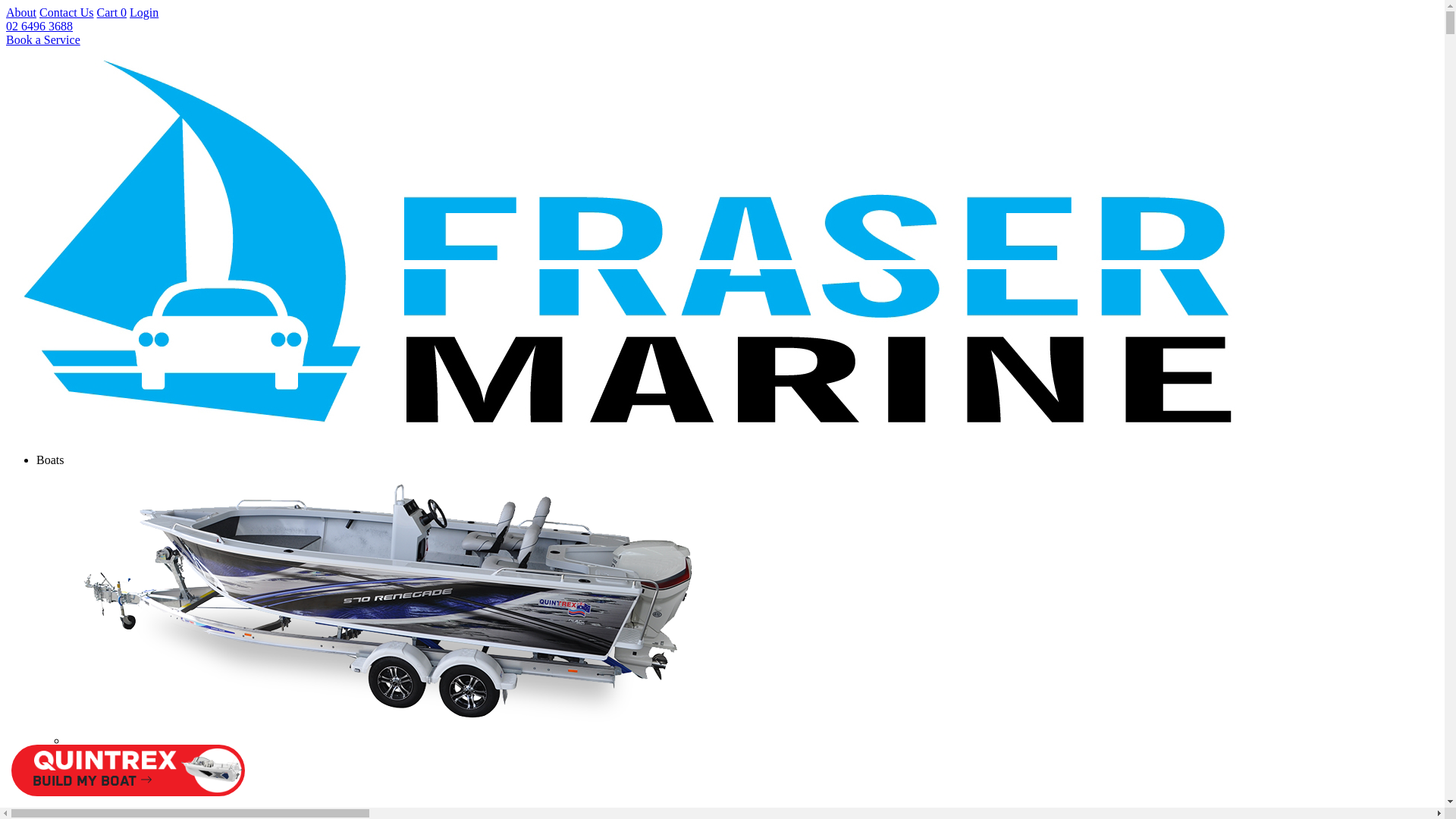  I want to click on 'Login', so click(144, 12).